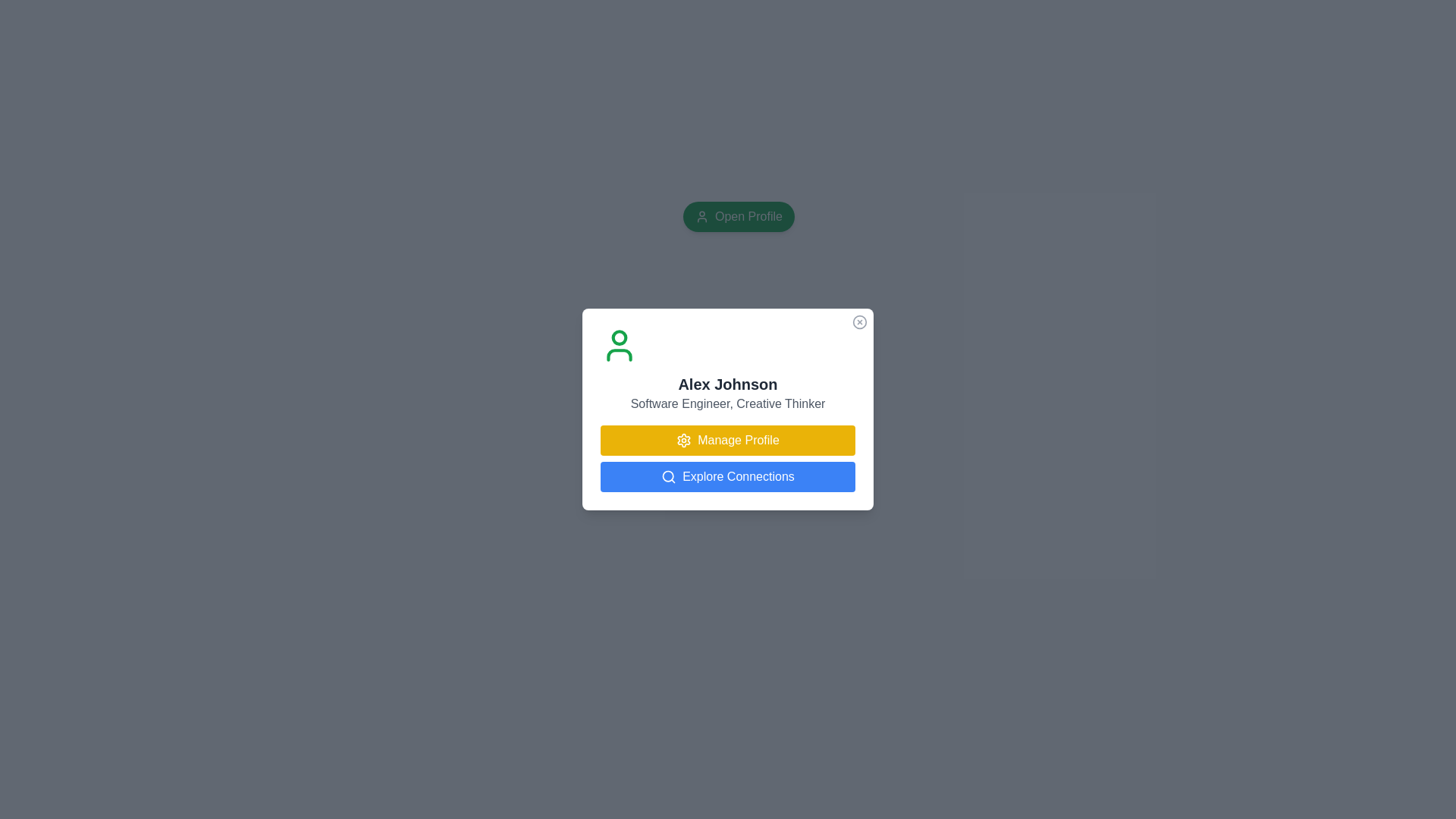  Describe the element at coordinates (739, 216) in the screenshot. I see `the green button labeled 'Open Profile' with a white user icon on the left side to initiate its functionality` at that location.